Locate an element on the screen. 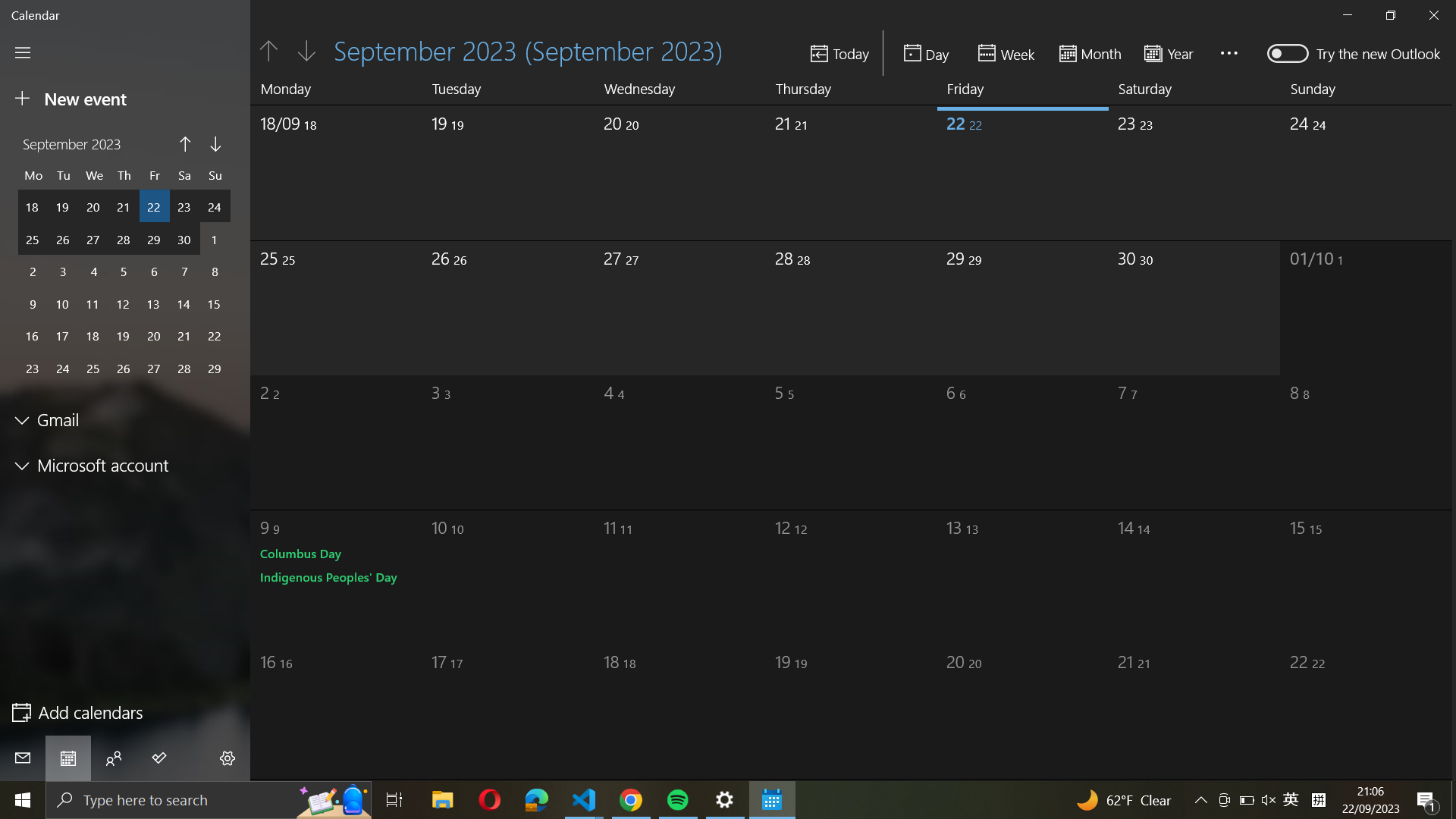 The height and width of the screenshot is (819, 1456). Pick September"s last day is located at coordinates (1195, 167).